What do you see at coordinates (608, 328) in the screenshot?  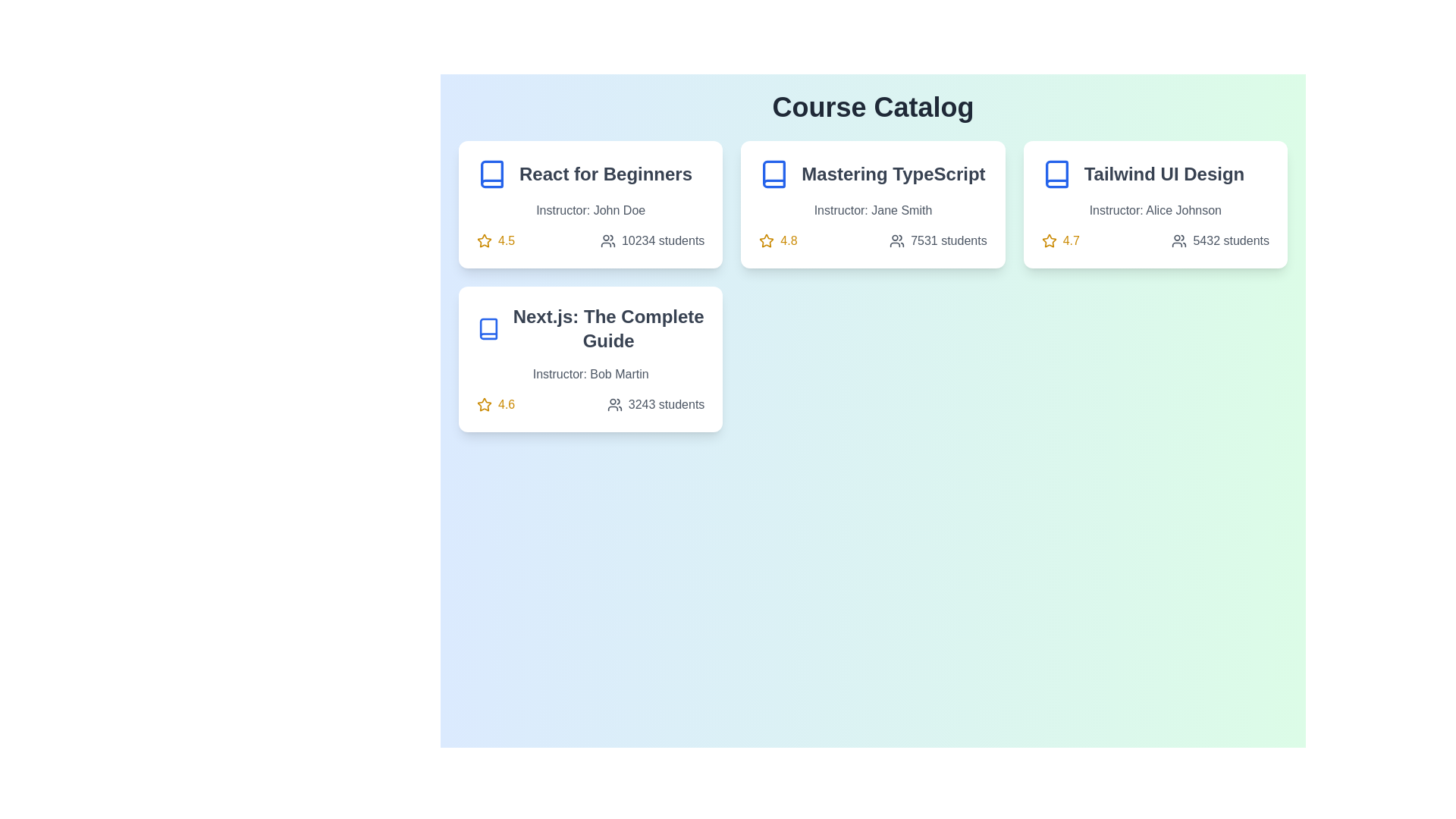 I see `title text of the course located in the lower-left card of the grid view under 'Course Catalog', positioned to the right of the blue book icon` at bounding box center [608, 328].